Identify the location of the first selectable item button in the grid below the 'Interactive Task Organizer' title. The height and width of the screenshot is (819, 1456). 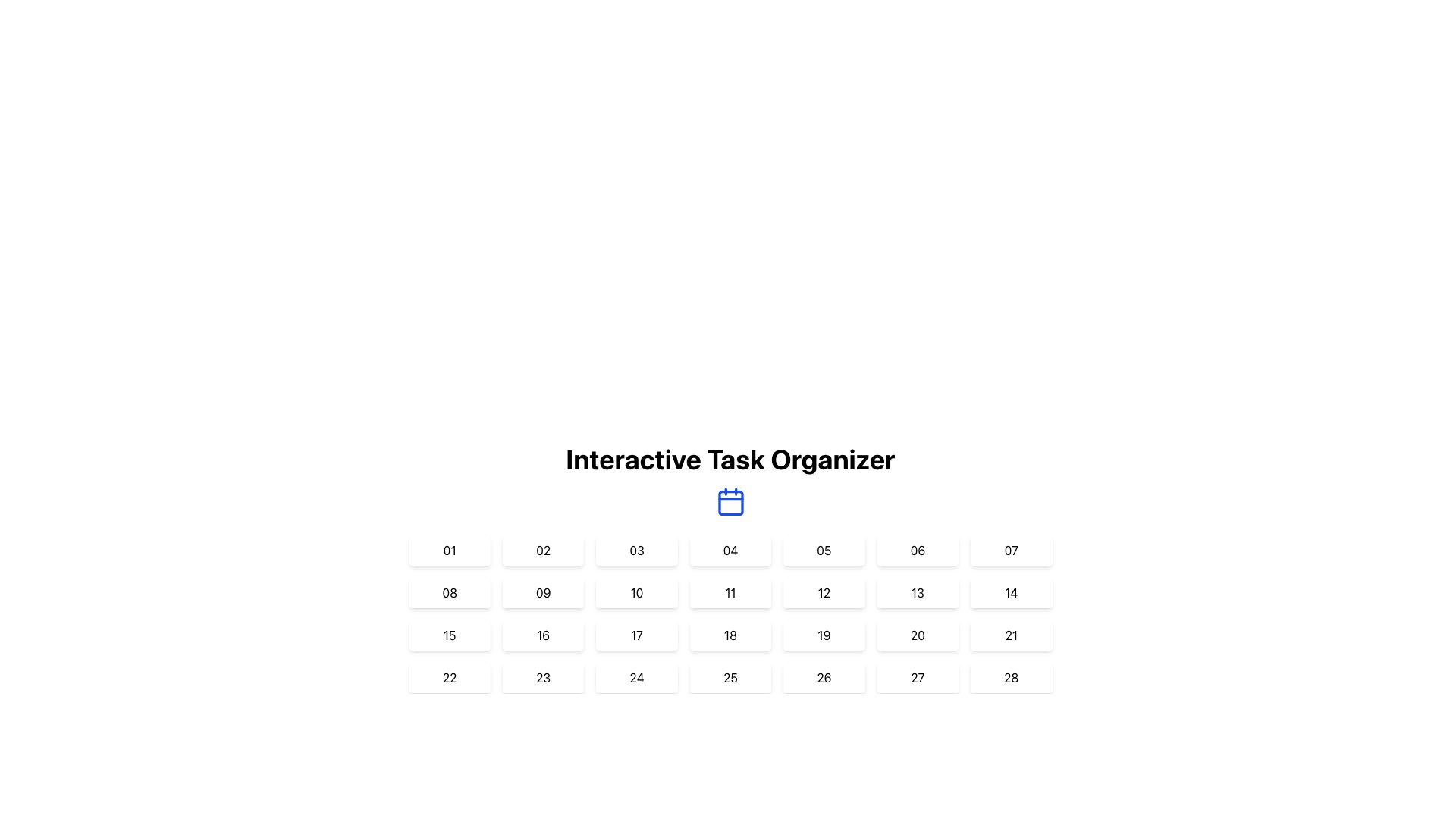
(449, 550).